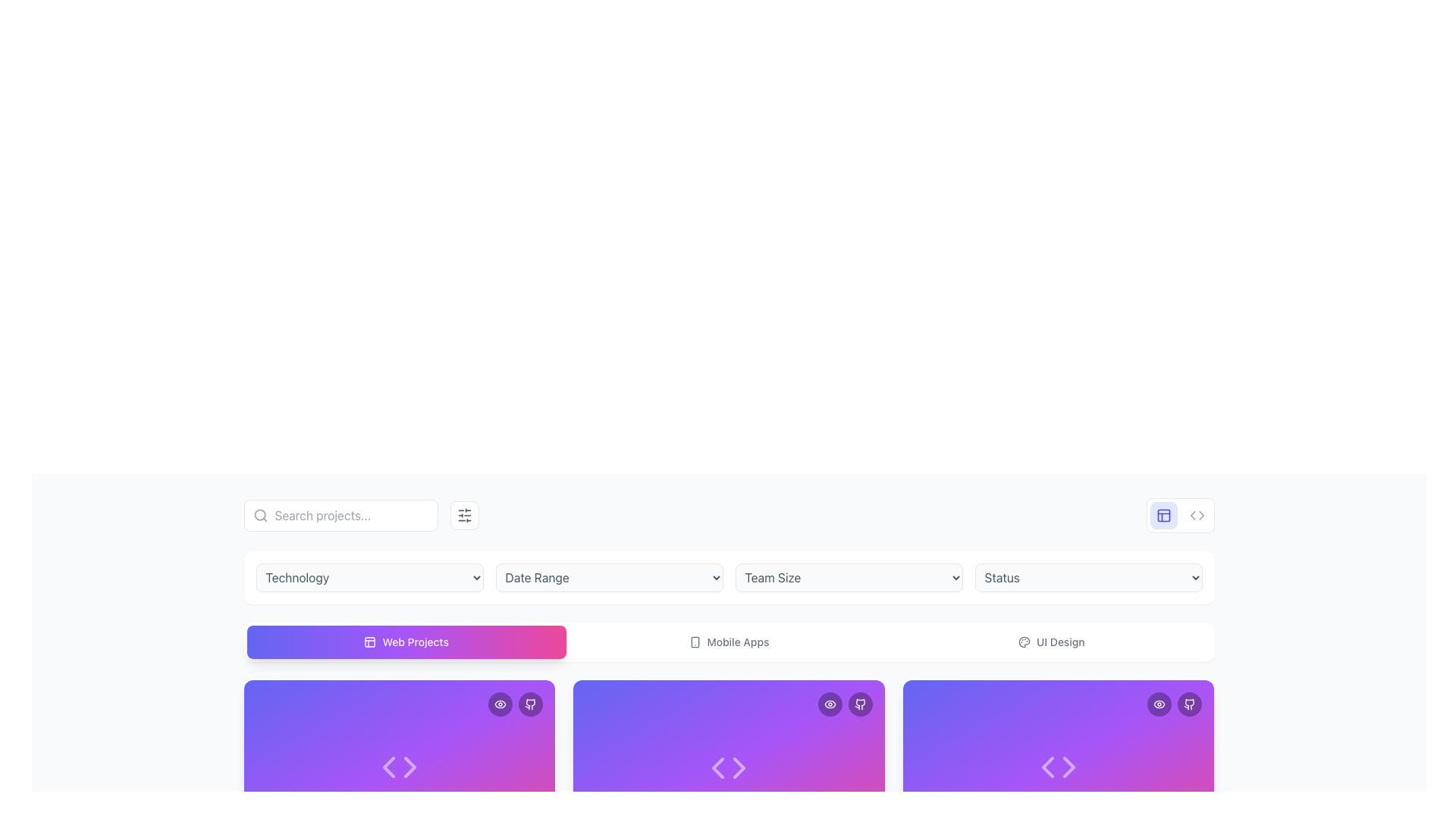 Image resolution: width=1456 pixels, height=819 pixels. What do you see at coordinates (500, 704) in the screenshot?
I see `the outer border of the eye icon within the SVG image element, located at the top-right corner of the project information card` at bounding box center [500, 704].